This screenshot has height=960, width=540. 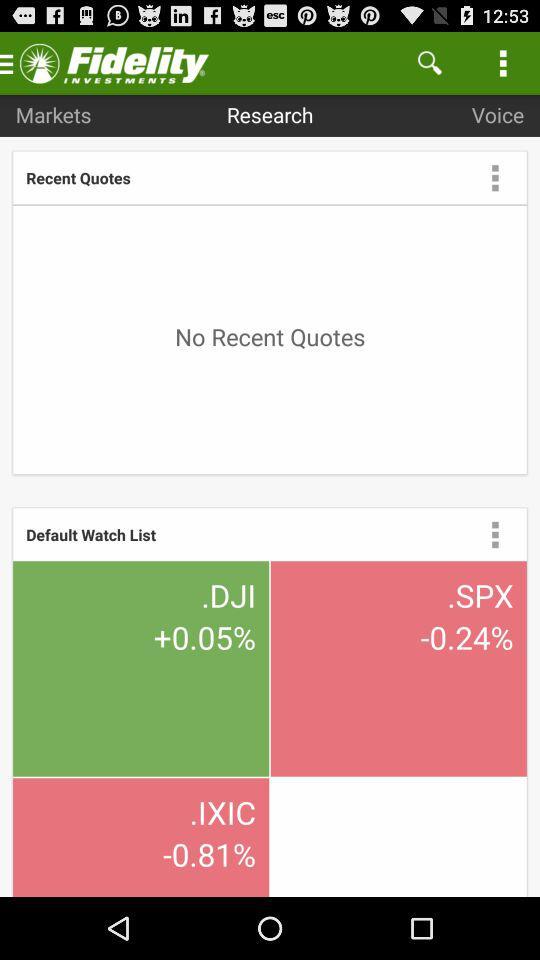 What do you see at coordinates (502, 62) in the screenshot?
I see `the icon above the voice icon` at bounding box center [502, 62].